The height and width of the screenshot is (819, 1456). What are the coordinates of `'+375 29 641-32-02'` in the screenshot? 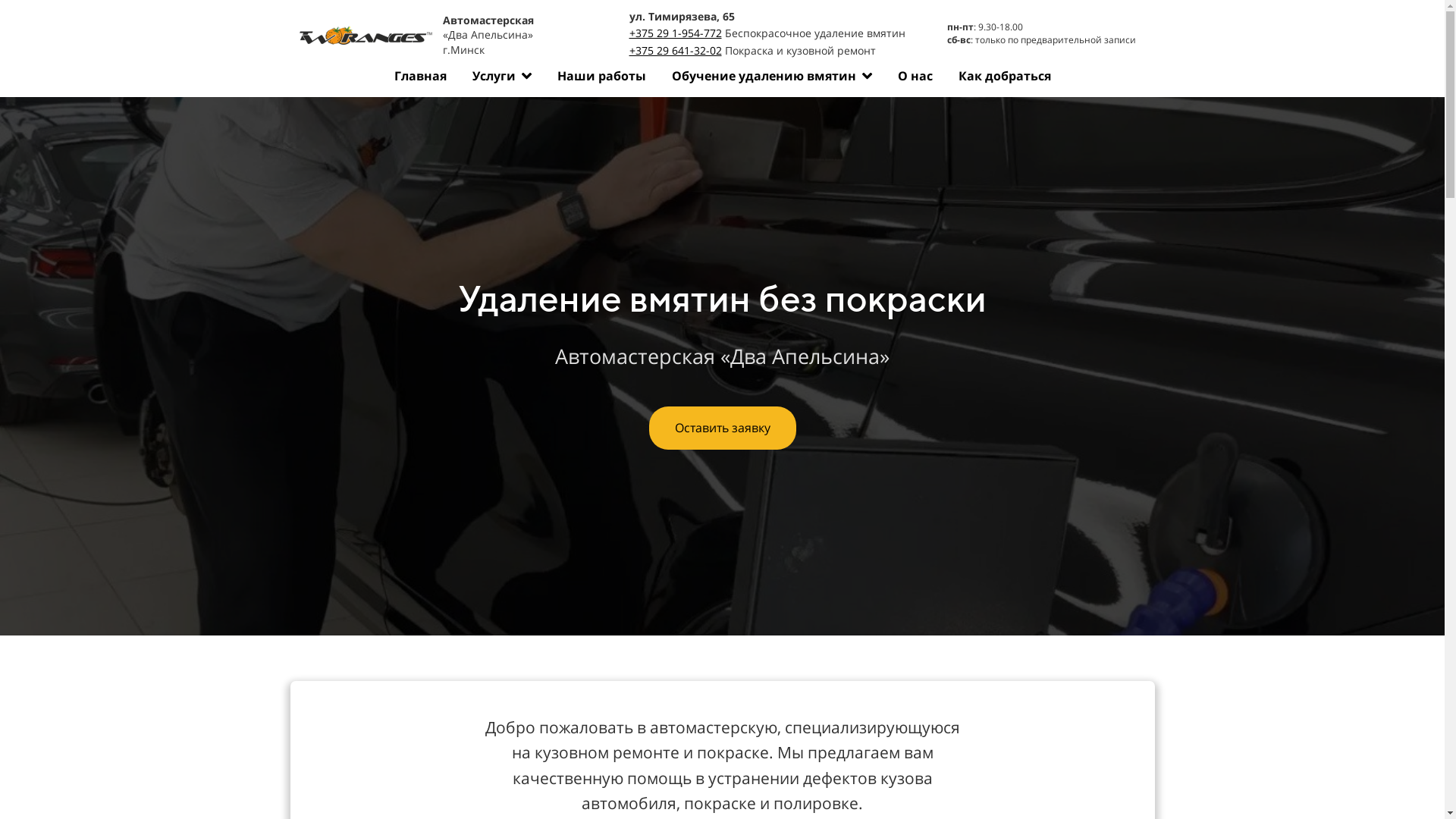 It's located at (675, 49).